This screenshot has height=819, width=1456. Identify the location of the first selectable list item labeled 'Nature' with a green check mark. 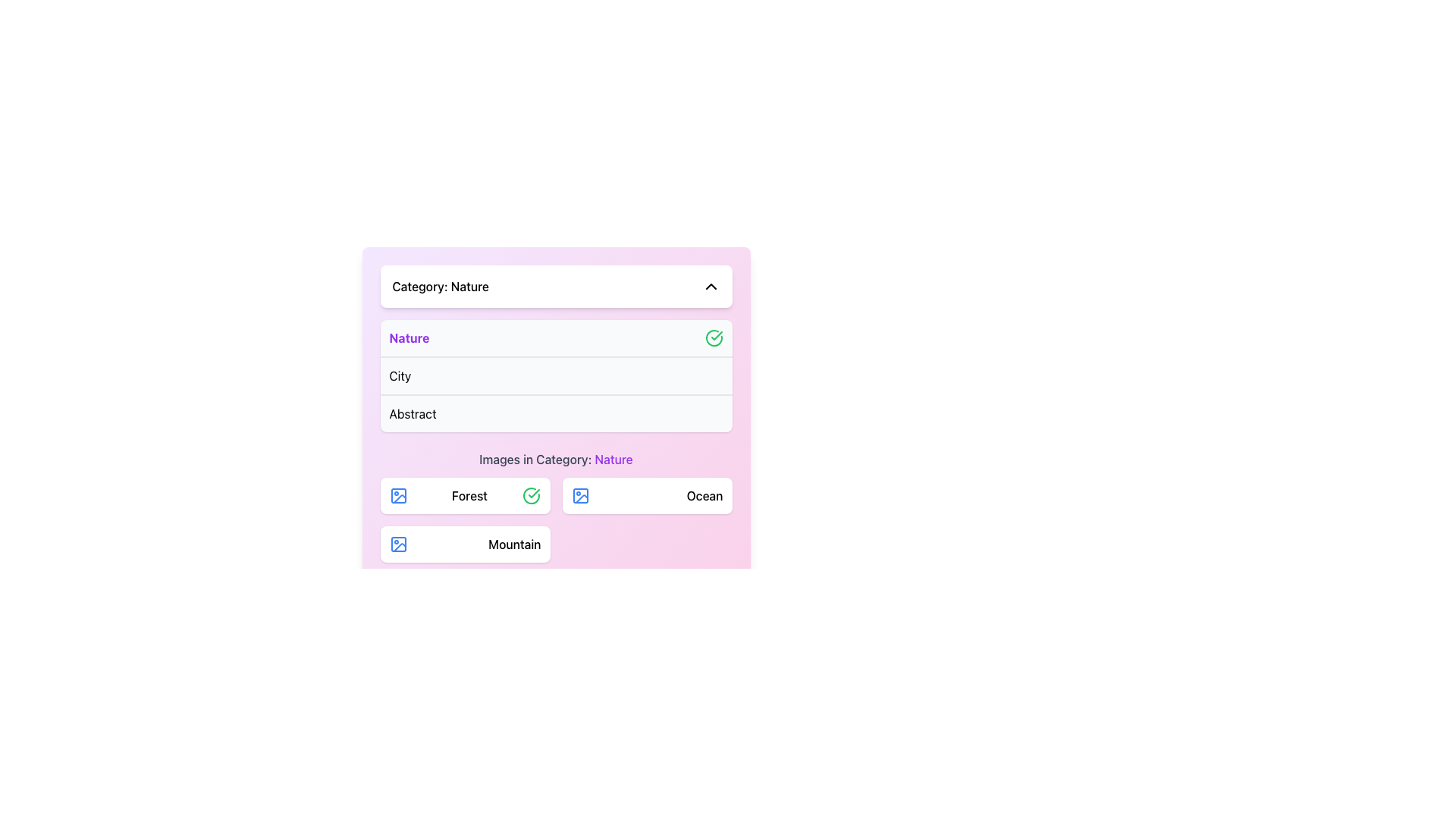
(555, 337).